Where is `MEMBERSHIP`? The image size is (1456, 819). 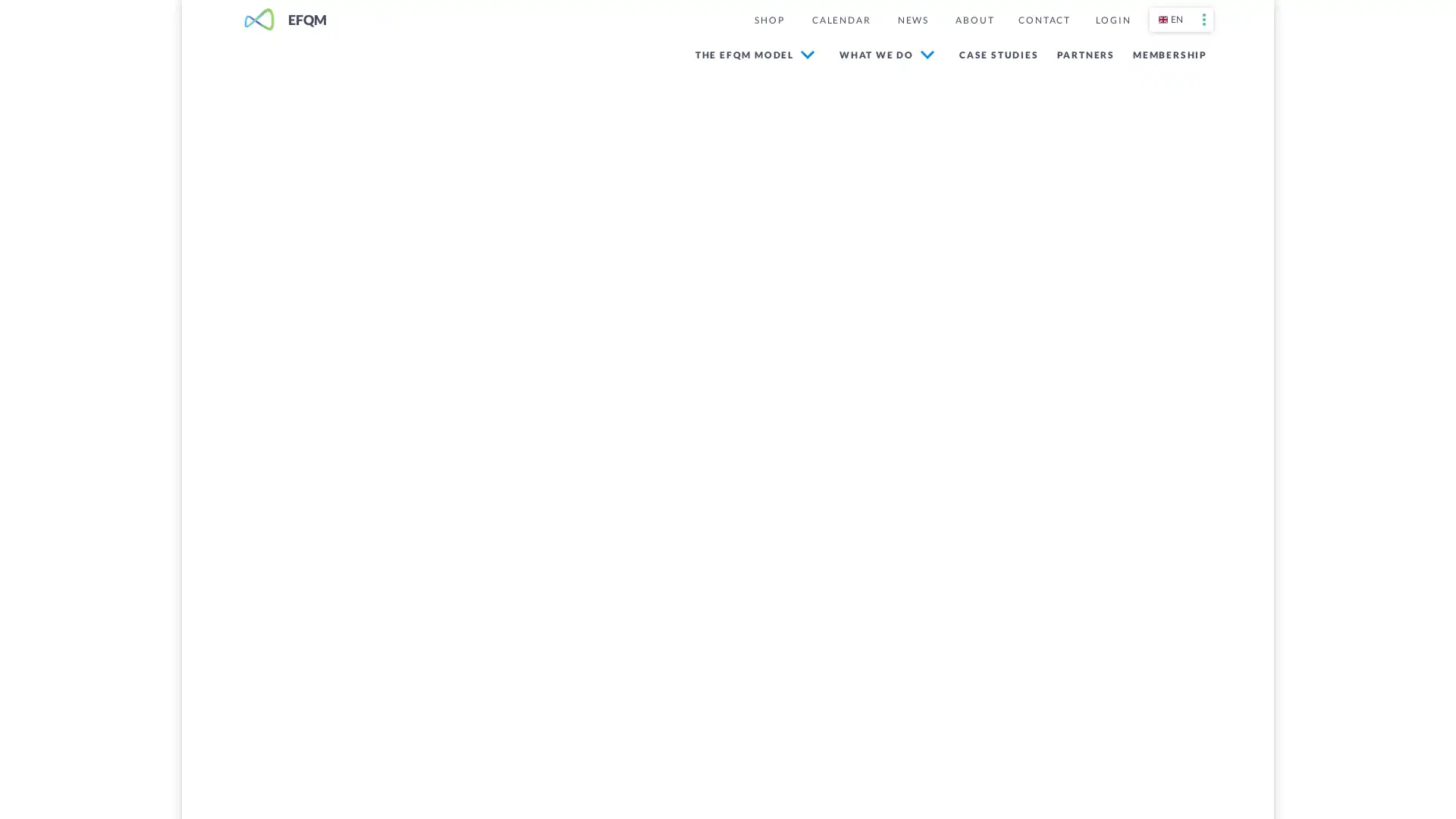 MEMBERSHIP is located at coordinates (1166, 53).